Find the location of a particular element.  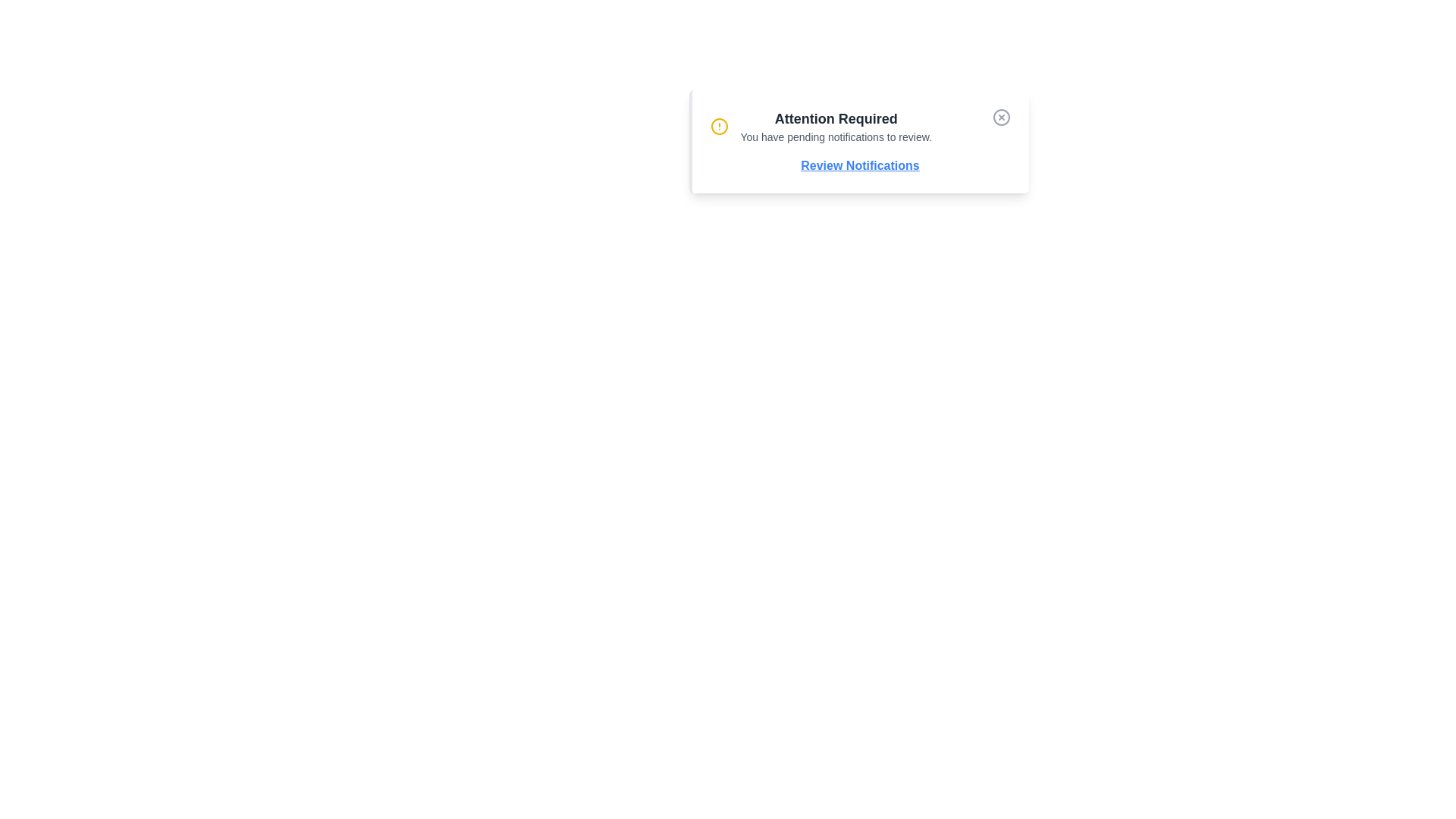

the alert icon located on the left side of the notification bar that indicates the importance or urgency of a notification message is located at coordinates (718, 125).